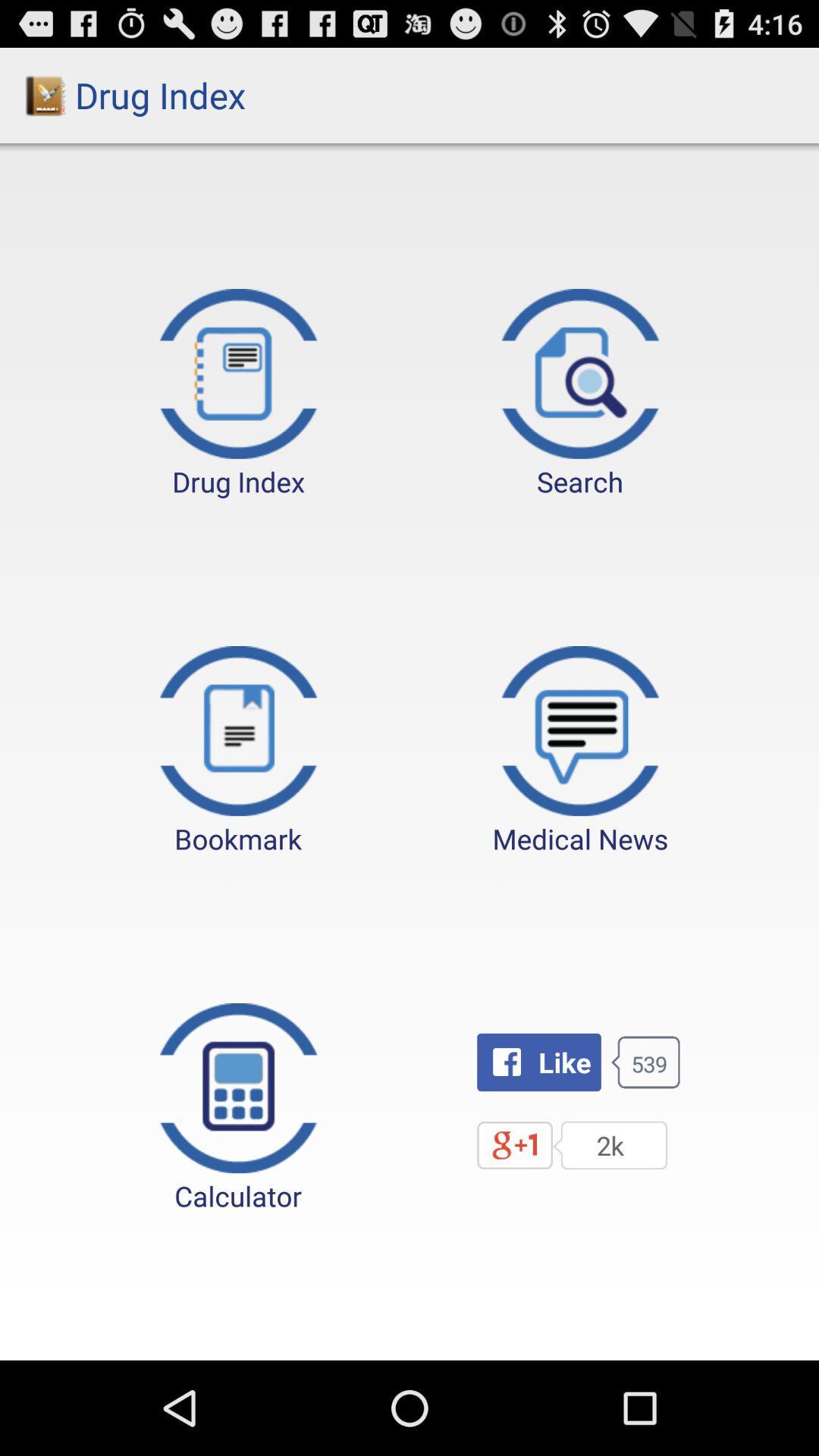 The image size is (819, 1456). What do you see at coordinates (580, 752) in the screenshot?
I see `medical news icon` at bounding box center [580, 752].